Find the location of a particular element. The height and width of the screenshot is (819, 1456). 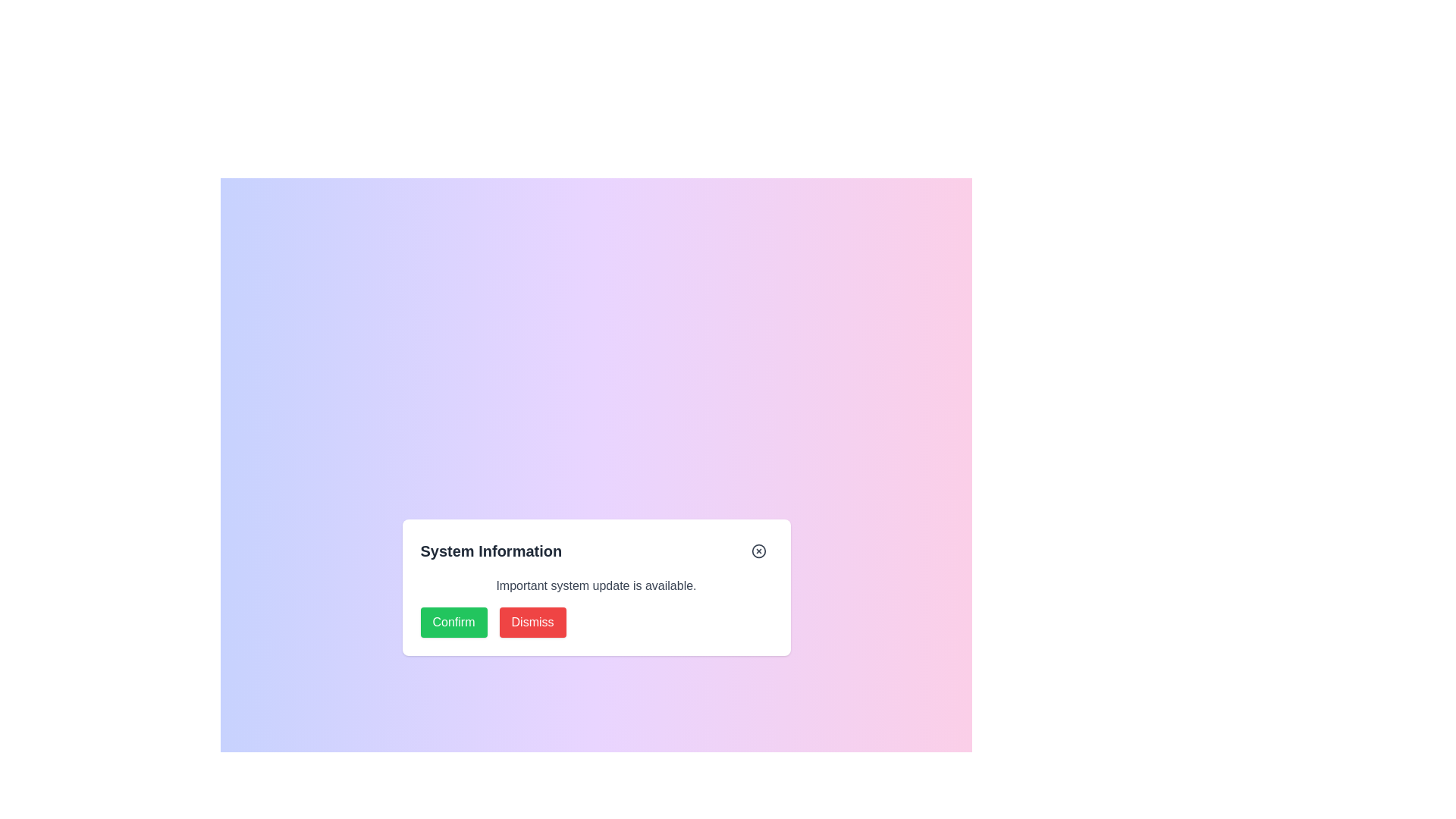

the 'Confirm' button with a green background and white text located near the center bottom of the 'System Information' modal dialog to confirm the action is located at coordinates (453, 623).